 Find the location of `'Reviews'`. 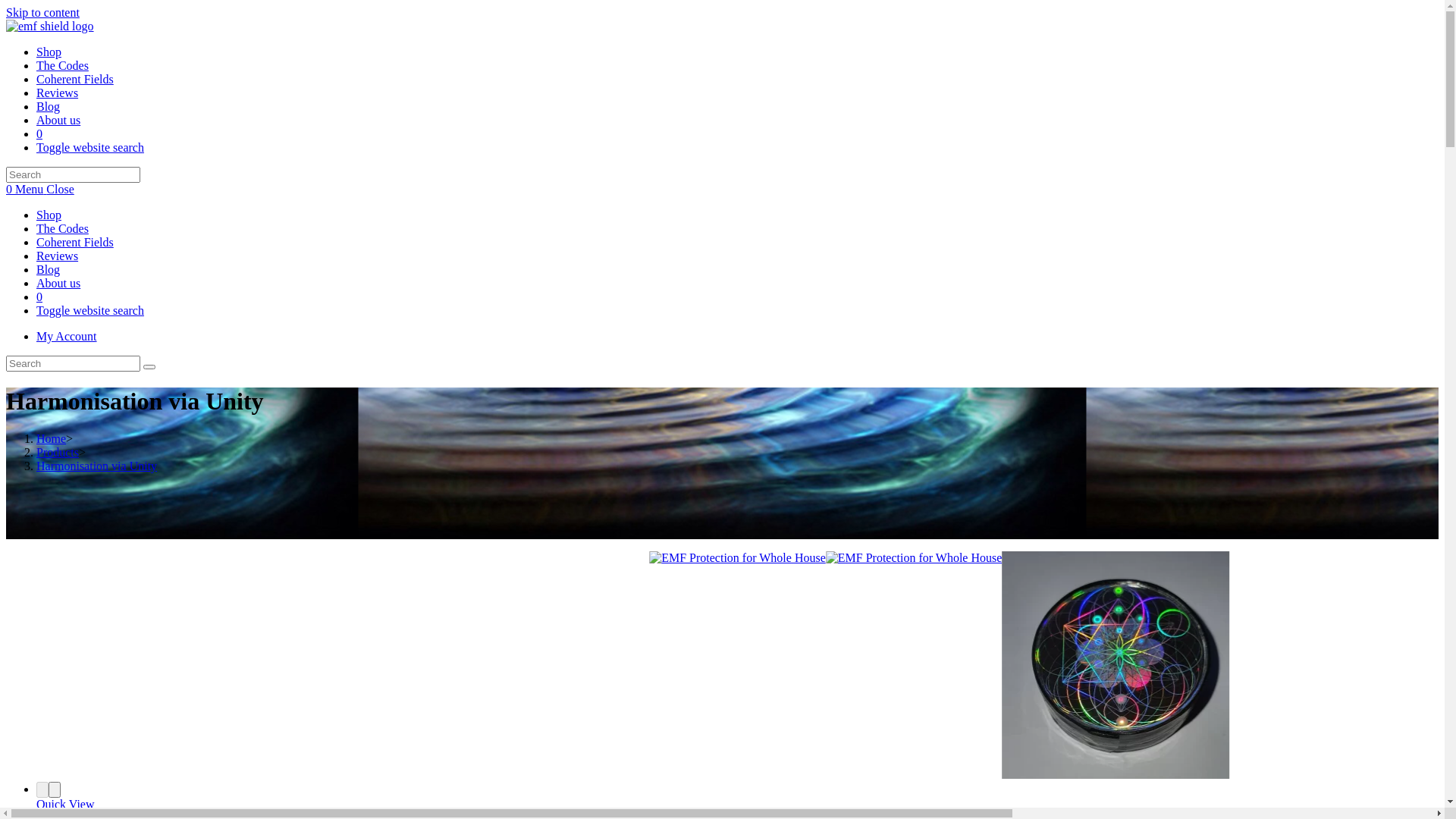

'Reviews' is located at coordinates (57, 93).